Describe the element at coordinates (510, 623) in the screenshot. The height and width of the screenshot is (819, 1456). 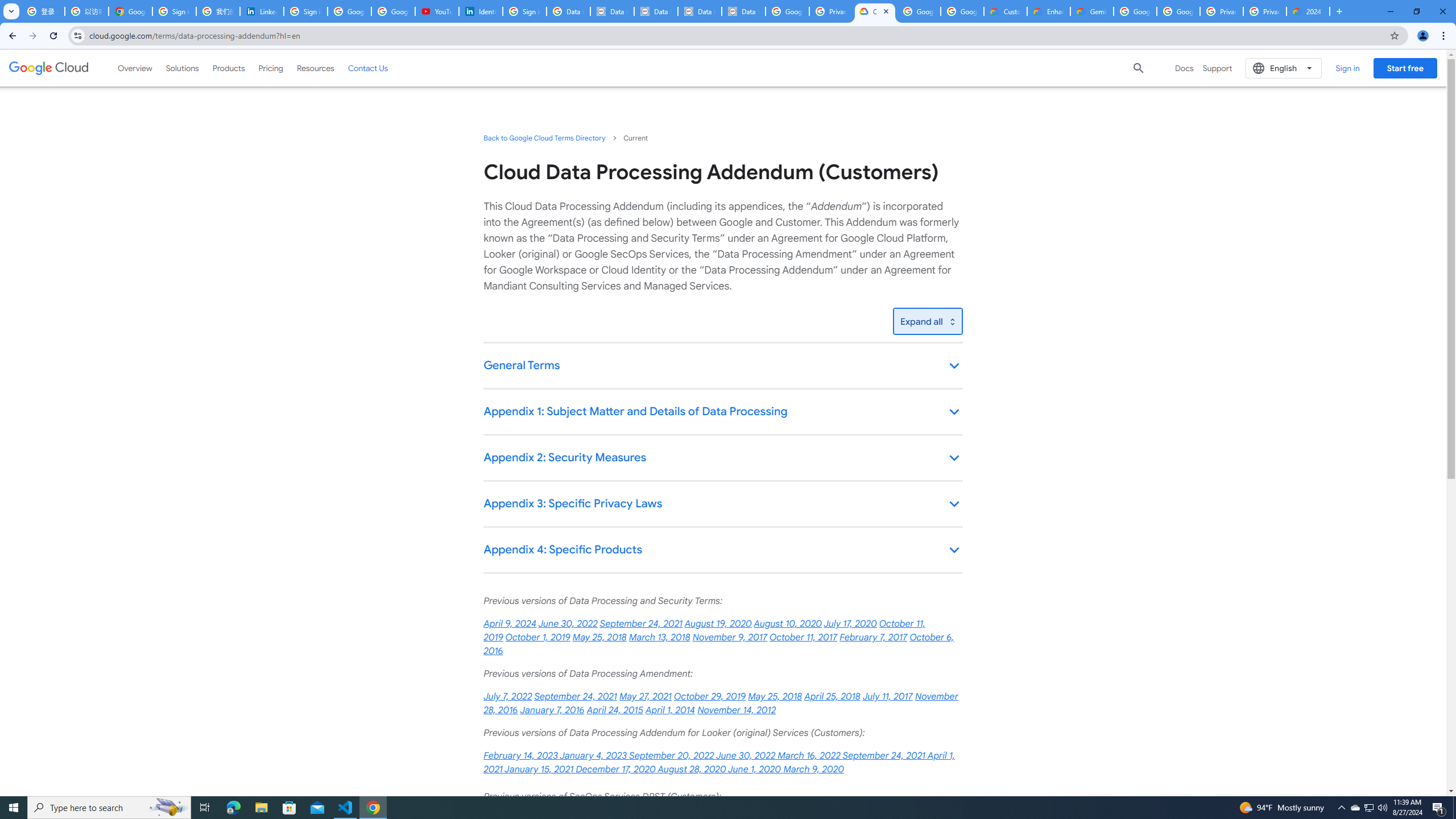
I see `'April 9, 2024'` at that location.